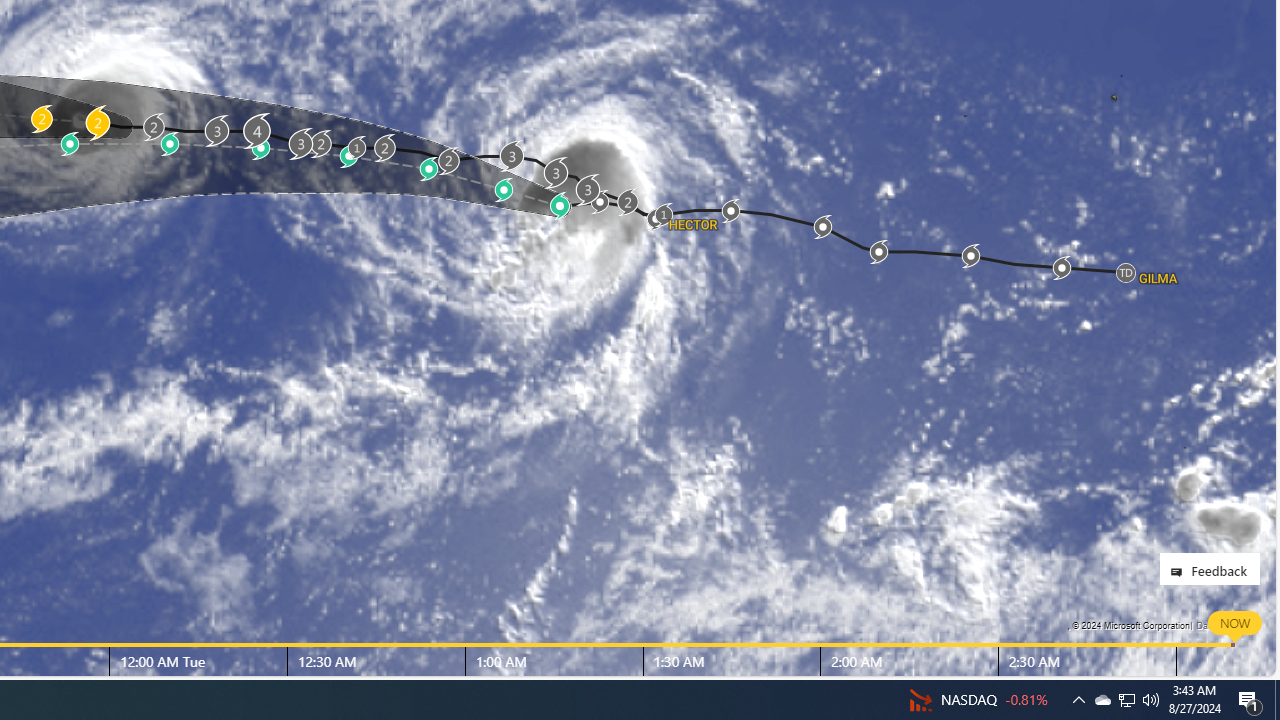  Describe the element at coordinates (1180, 572) in the screenshot. I see `'Class: feedback_link_icon-DS-EntryPoint1-1'` at that location.